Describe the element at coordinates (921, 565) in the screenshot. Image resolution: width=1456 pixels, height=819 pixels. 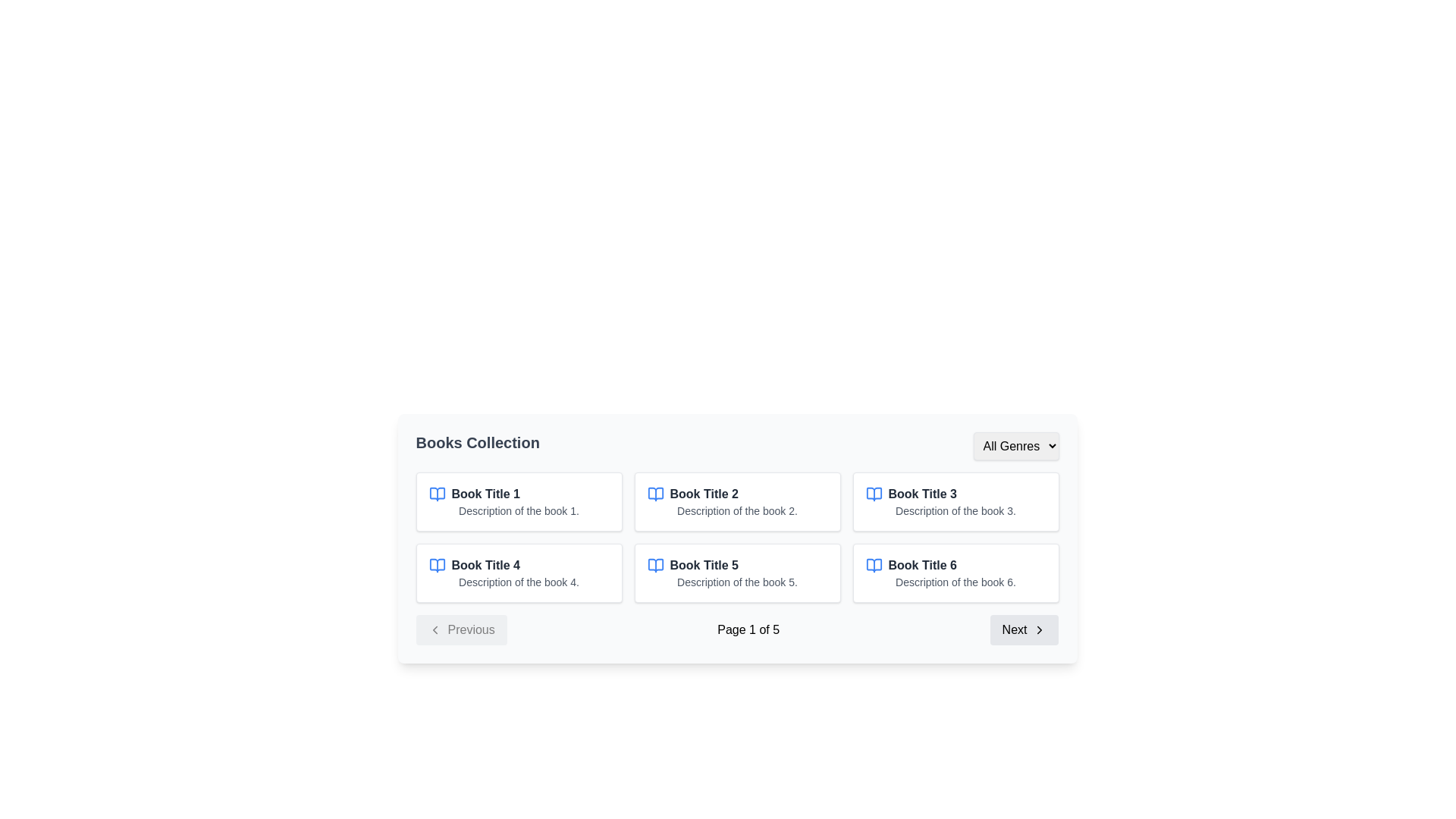
I see `the static text displaying 'Book Title 6', which is aligned to the right of a blue book icon and located in the bottom-right cell of the grid layout` at that location.